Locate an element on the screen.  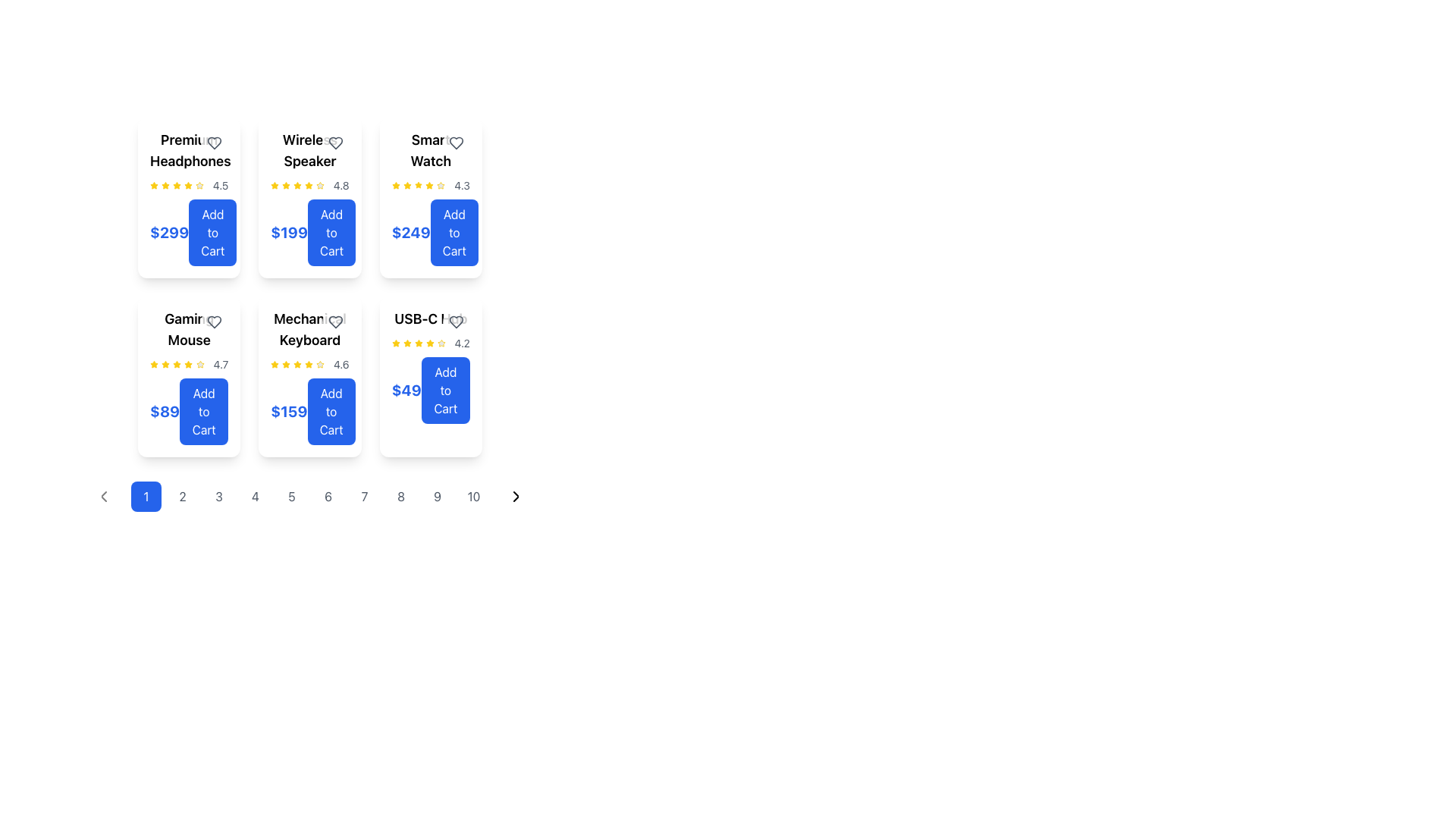
the 'Add to Cart' button, which is a vibrant blue rectangular button with rounded corners located beneath the price display in the top-left card of the grid layout is located at coordinates (212, 233).